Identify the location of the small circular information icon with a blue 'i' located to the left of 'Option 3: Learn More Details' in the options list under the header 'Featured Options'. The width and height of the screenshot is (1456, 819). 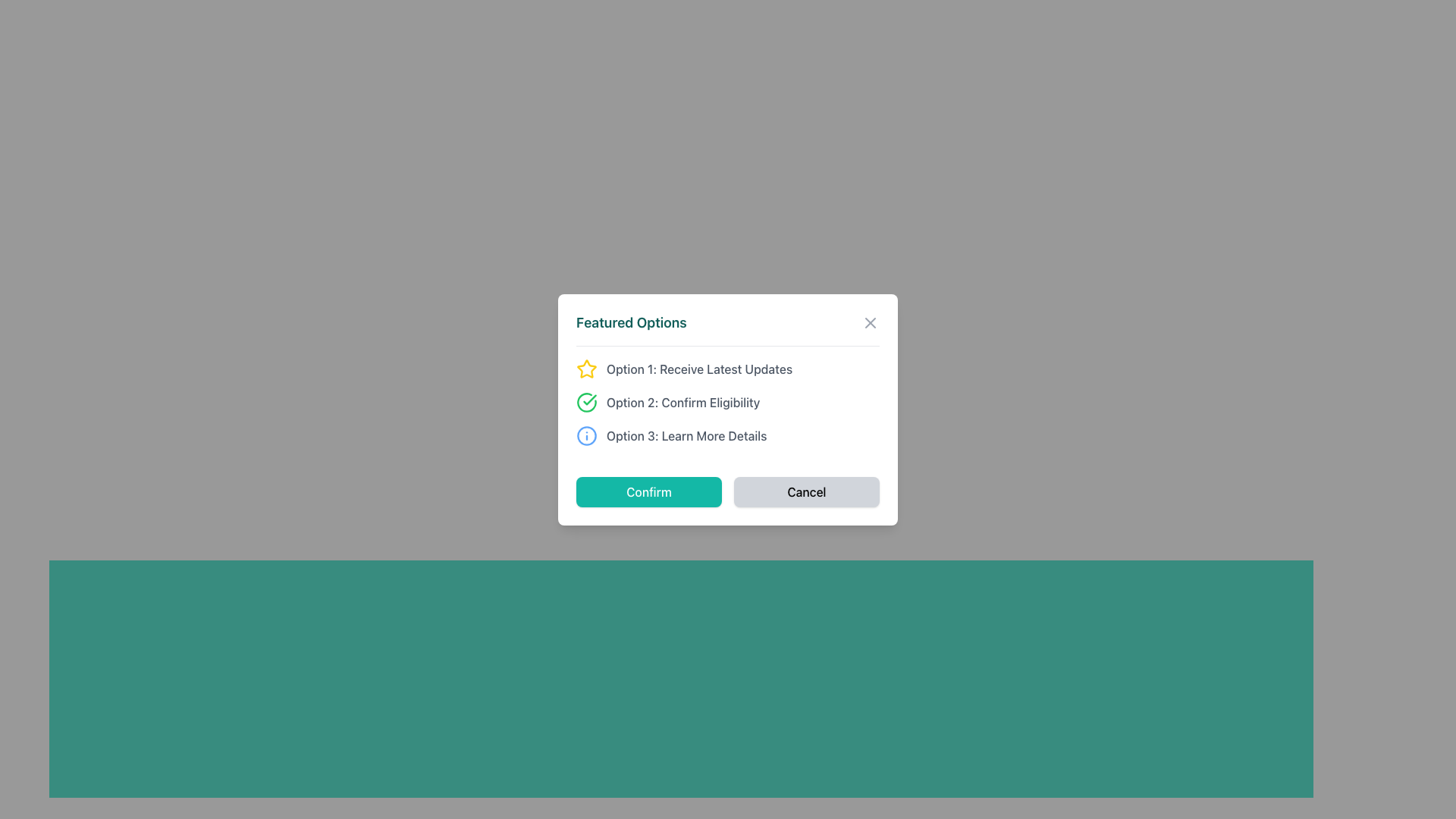
(585, 435).